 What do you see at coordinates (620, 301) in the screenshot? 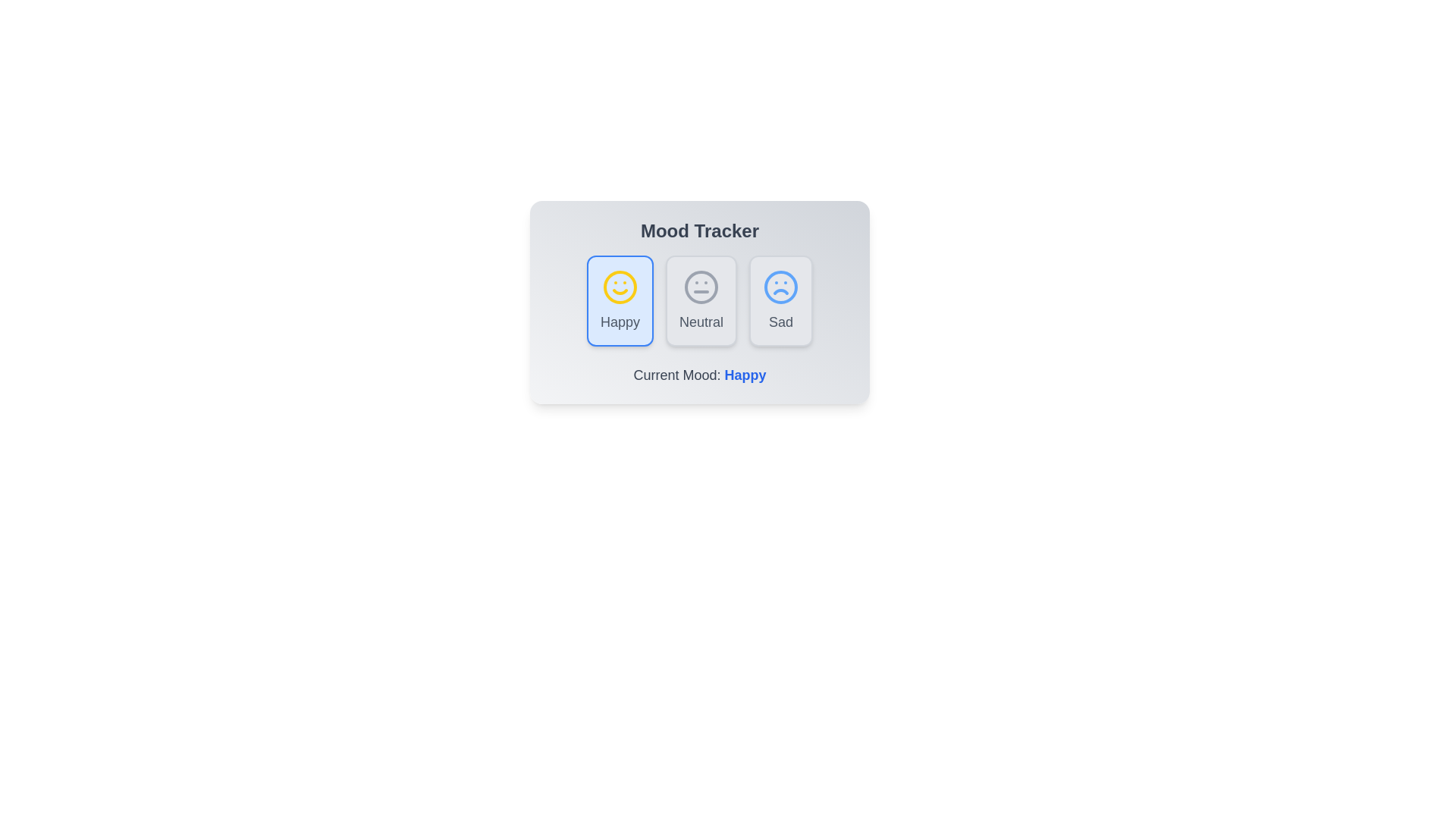
I see `the mood button labeled Happy` at bounding box center [620, 301].